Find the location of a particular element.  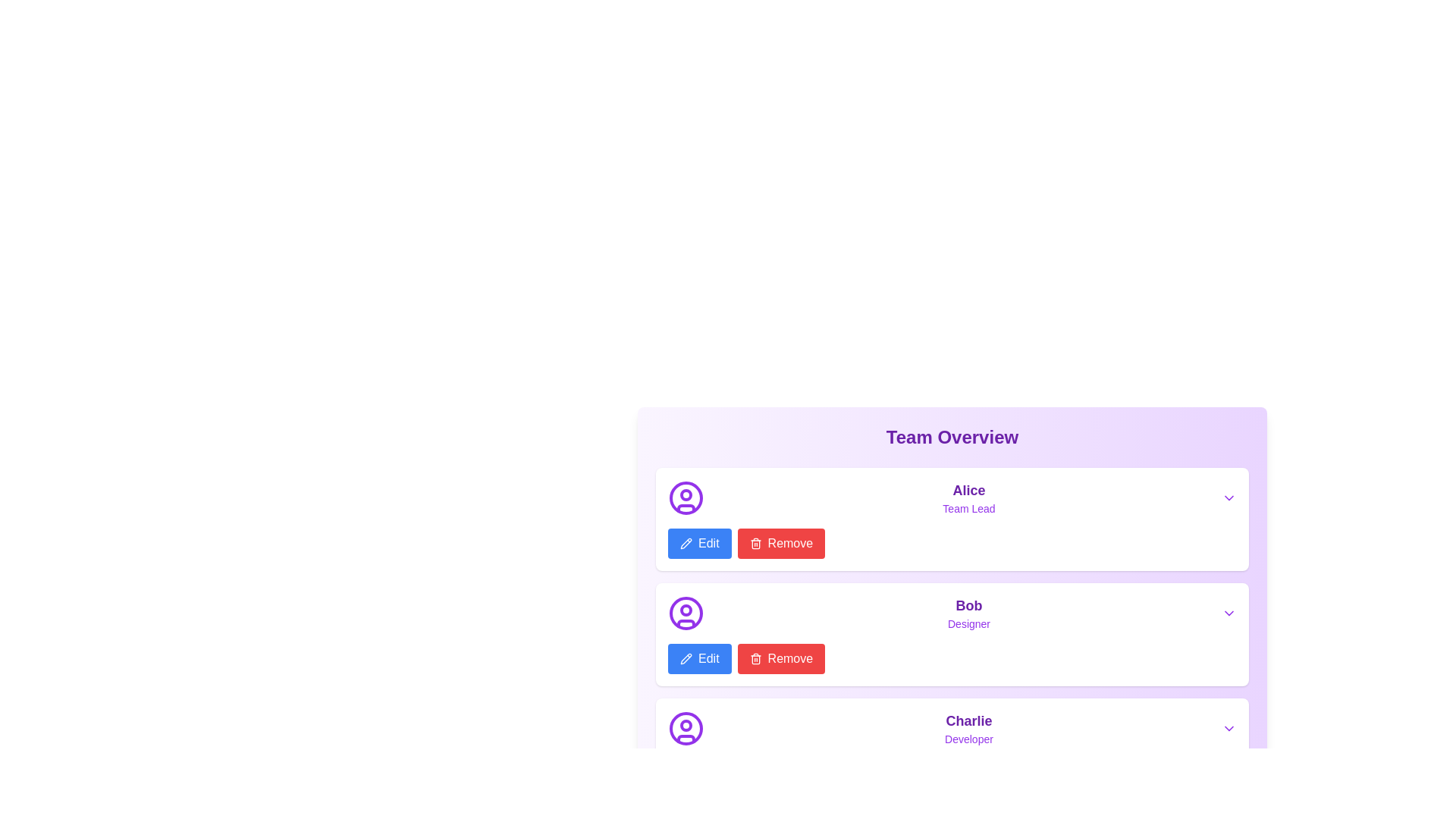

the Profile Identifier for user 'Bob', which is represented by a purple circular symbol followed by the name 'Bob' in bold purple text and the title 'Designer' in smaller purple text is located at coordinates (952, 613).